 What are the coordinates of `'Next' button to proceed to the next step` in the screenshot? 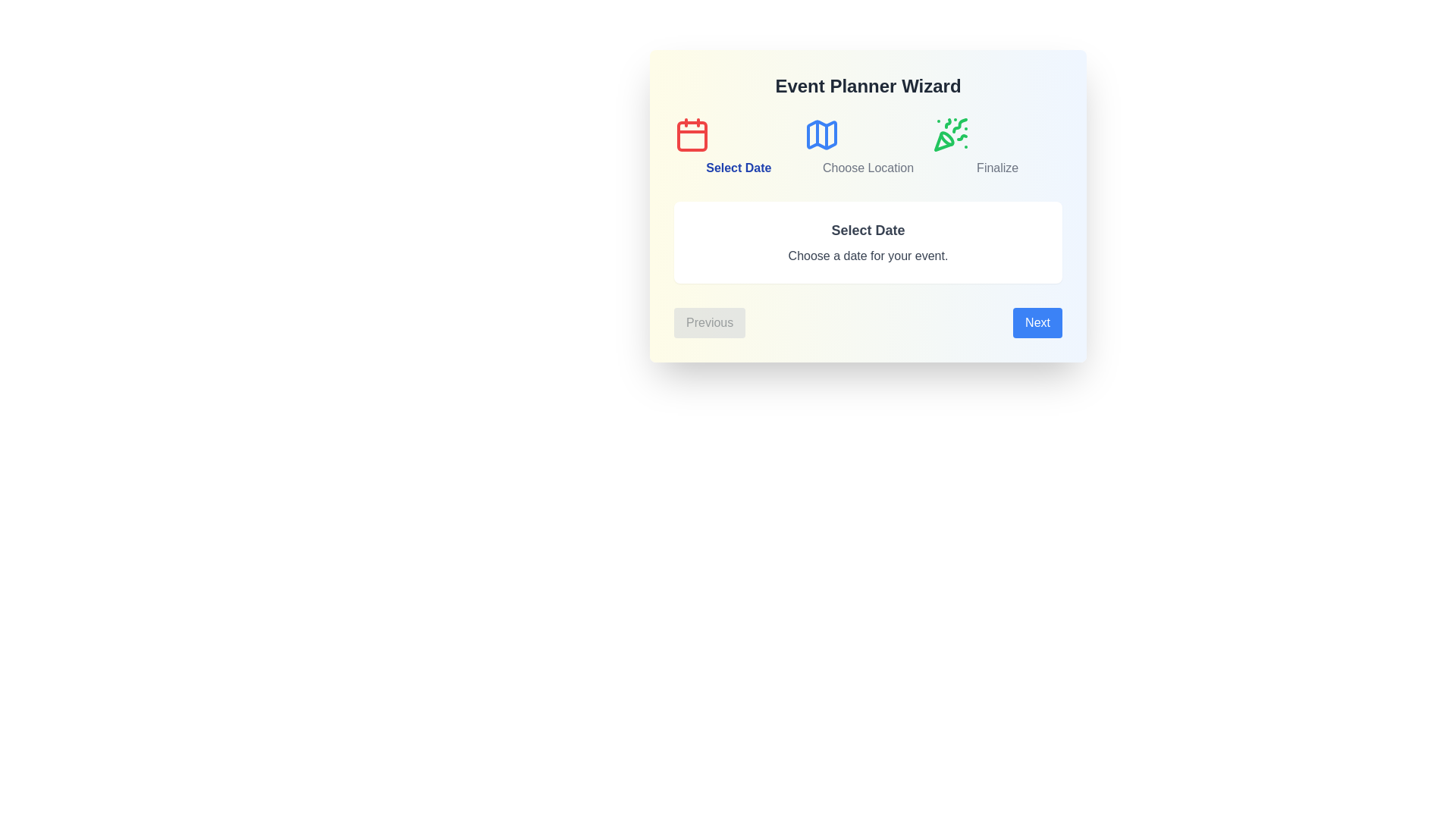 It's located at (1037, 322).